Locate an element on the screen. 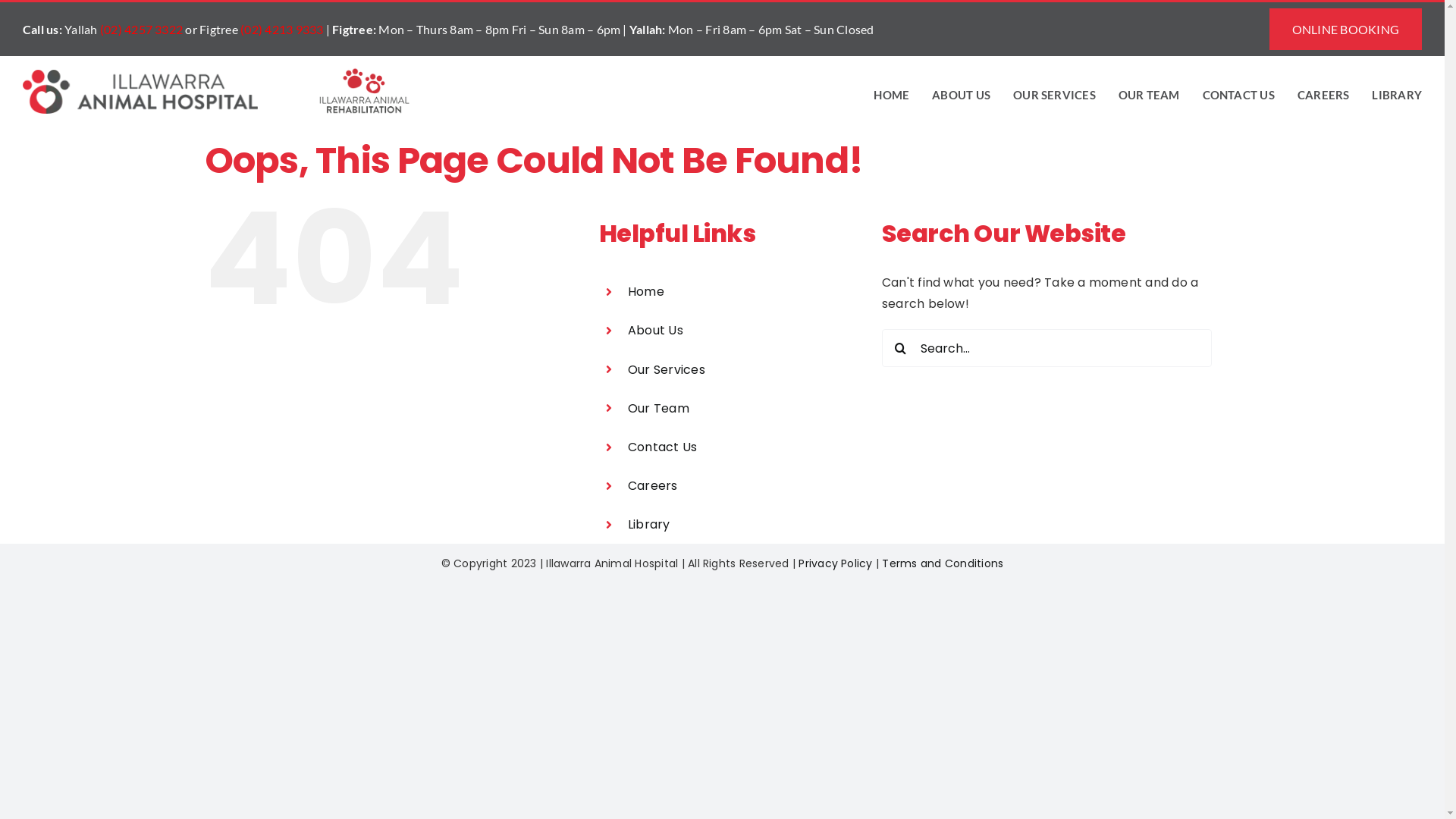 The height and width of the screenshot is (819, 1456). 'Our Team' is located at coordinates (628, 407).